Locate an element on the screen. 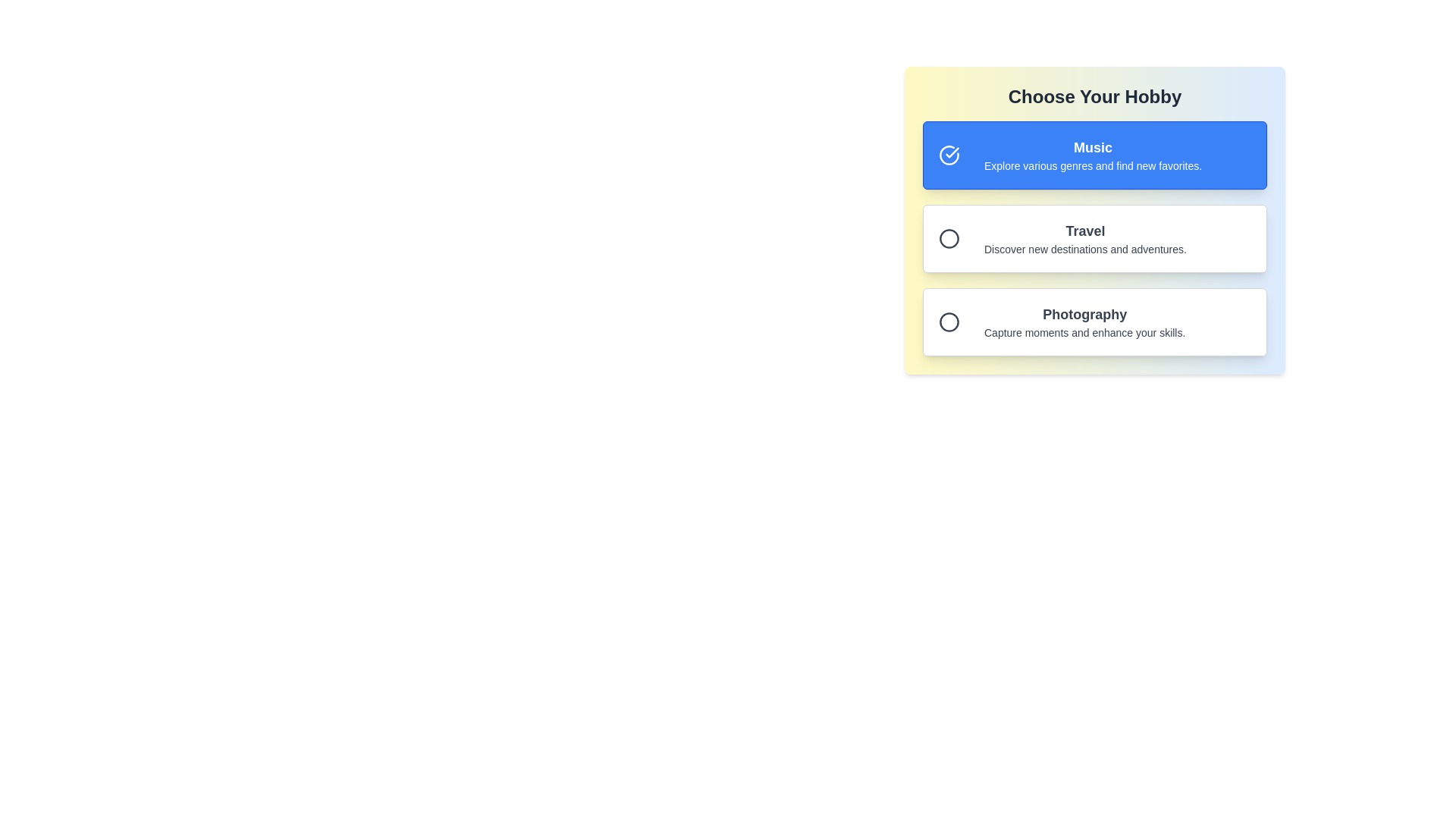  the text element that reads 'Capture moments and enhance your skills.' located directly beneath the 'Photography' header is located at coordinates (1084, 332).